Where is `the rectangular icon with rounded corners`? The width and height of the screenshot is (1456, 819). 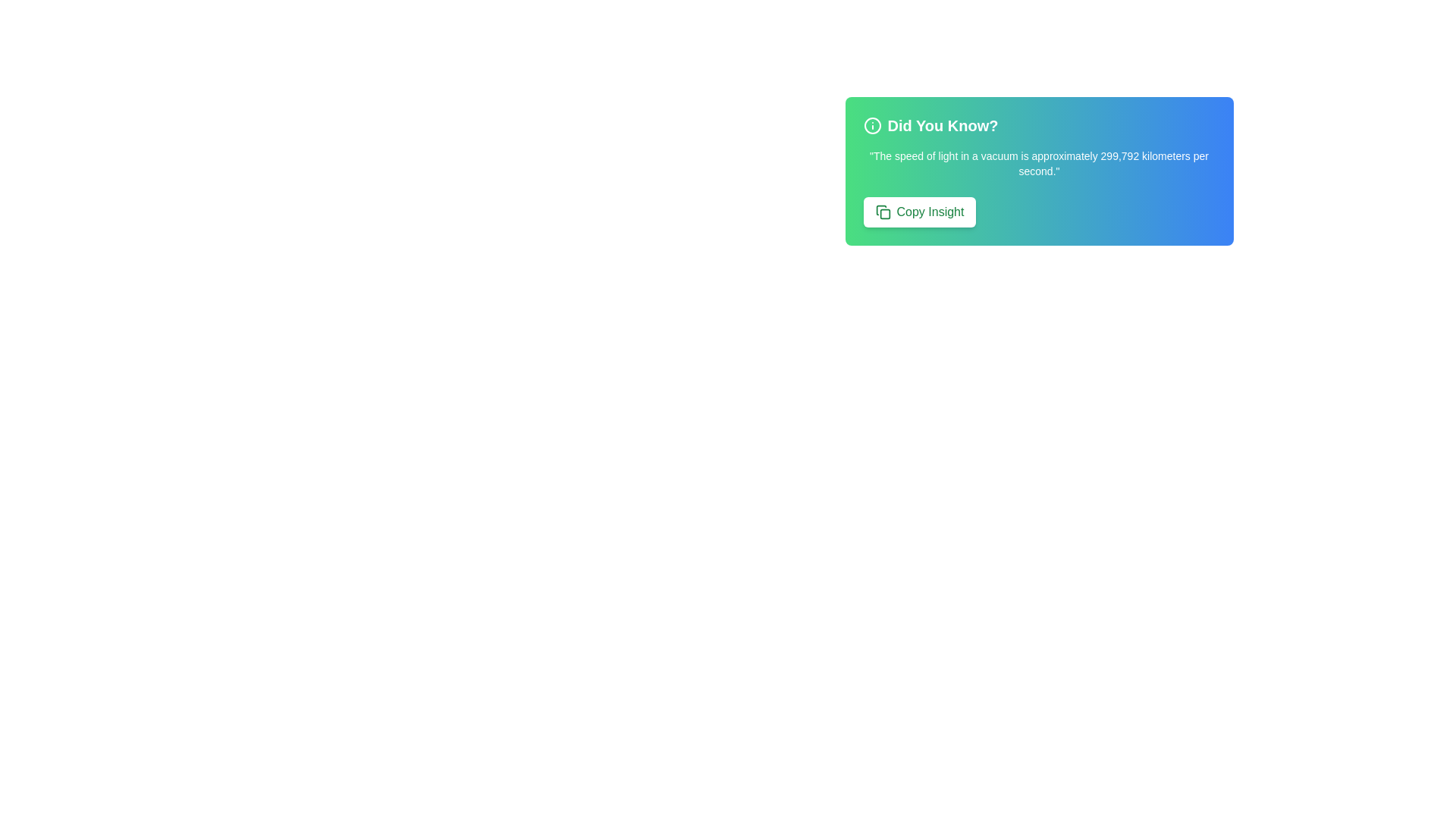
the rectangular icon with rounded corners is located at coordinates (884, 214).